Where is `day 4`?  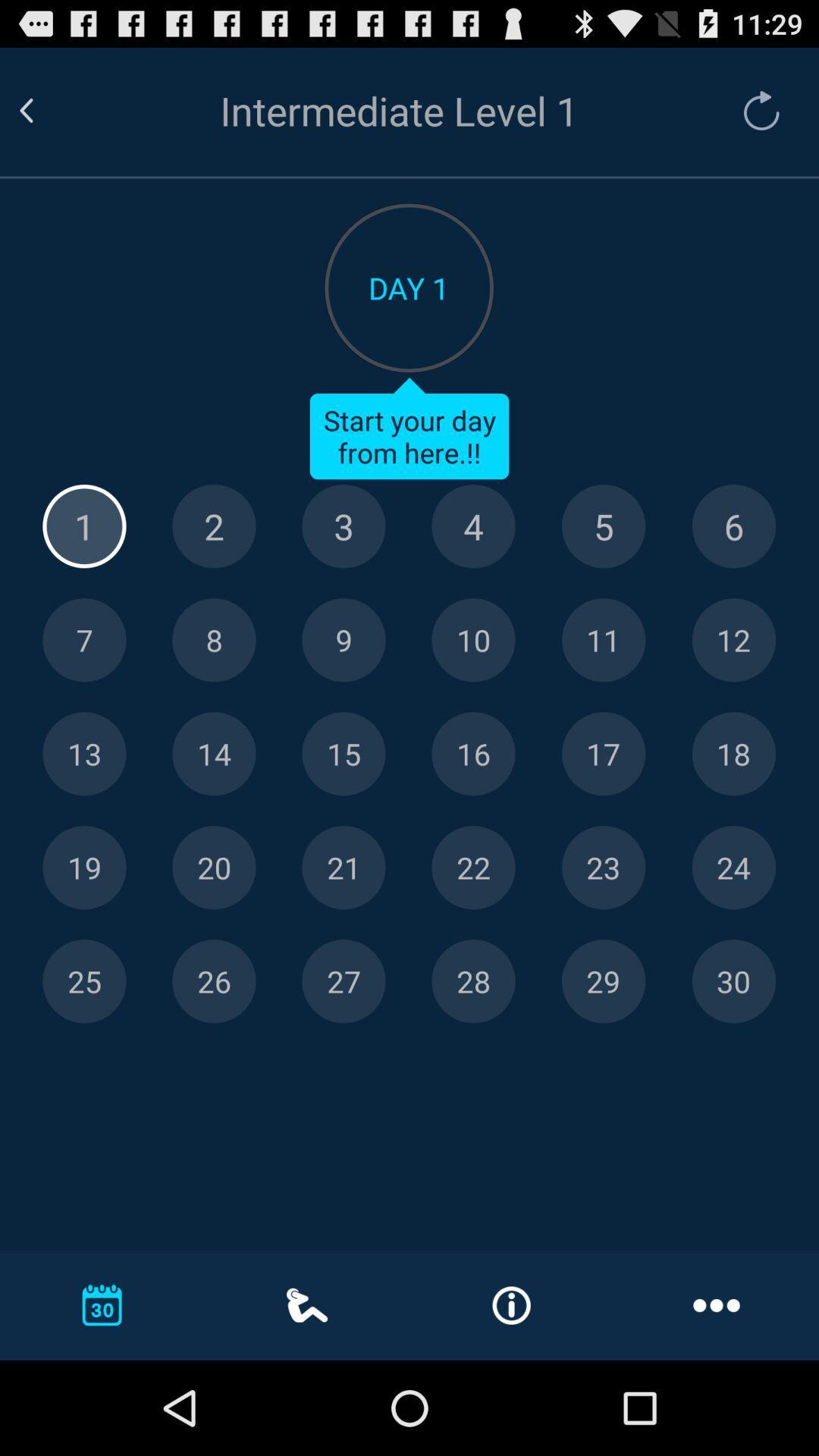 day 4 is located at coordinates (472, 526).